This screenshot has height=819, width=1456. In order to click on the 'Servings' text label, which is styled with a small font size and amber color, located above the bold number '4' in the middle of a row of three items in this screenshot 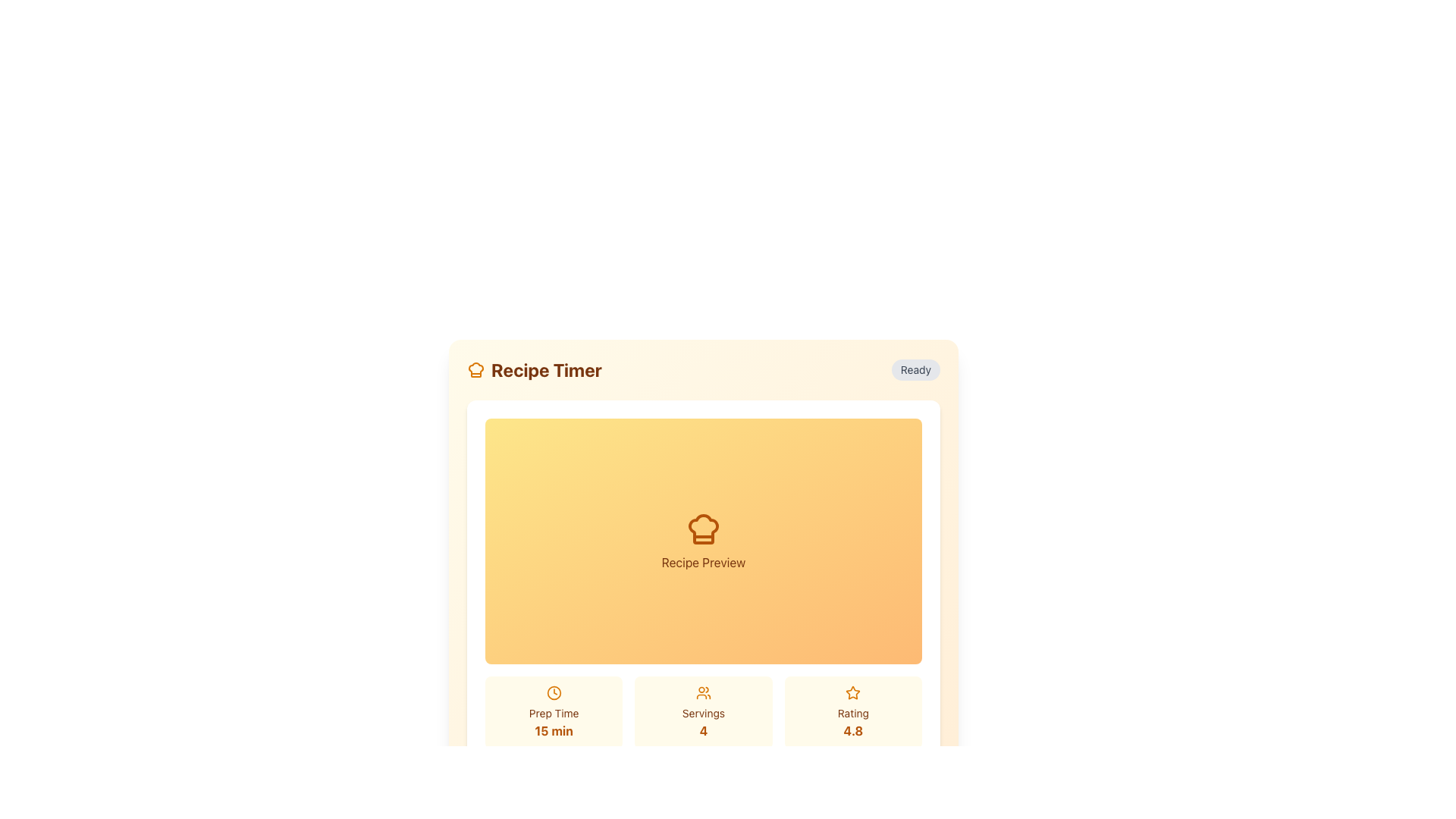, I will do `click(702, 713)`.